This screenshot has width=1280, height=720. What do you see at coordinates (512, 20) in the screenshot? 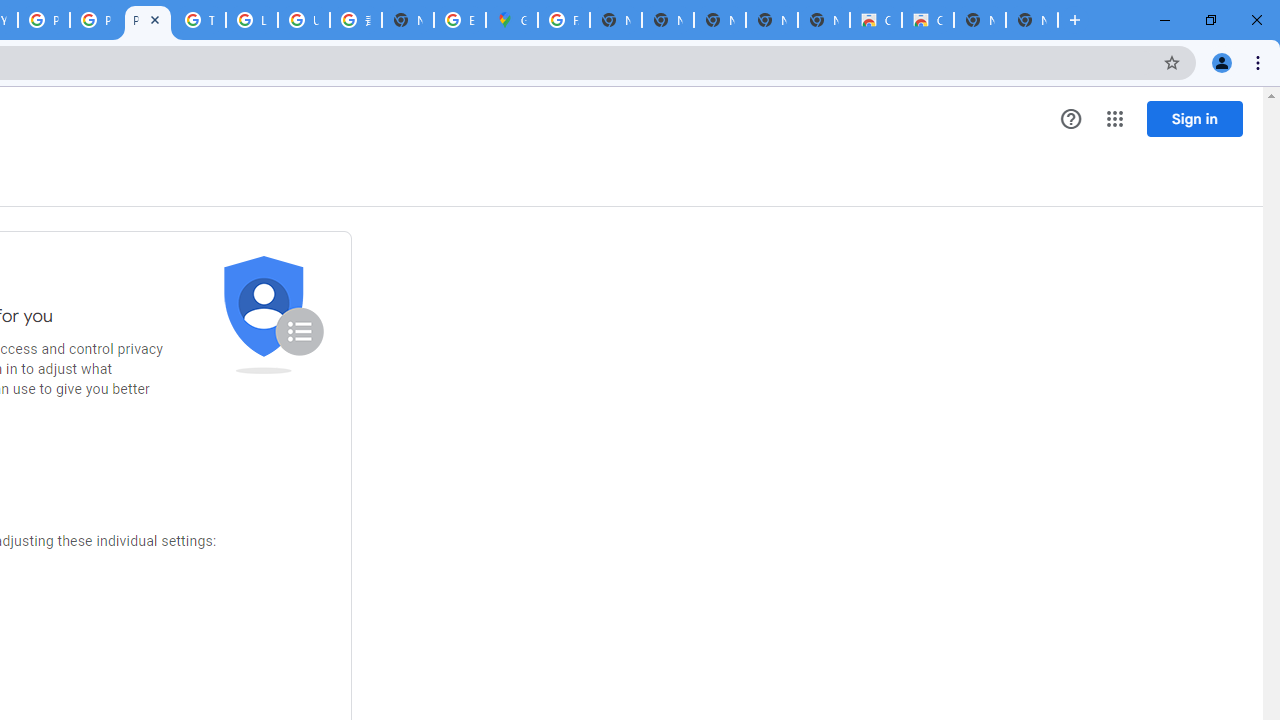
I see `'Google Maps'` at bounding box center [512, 20].